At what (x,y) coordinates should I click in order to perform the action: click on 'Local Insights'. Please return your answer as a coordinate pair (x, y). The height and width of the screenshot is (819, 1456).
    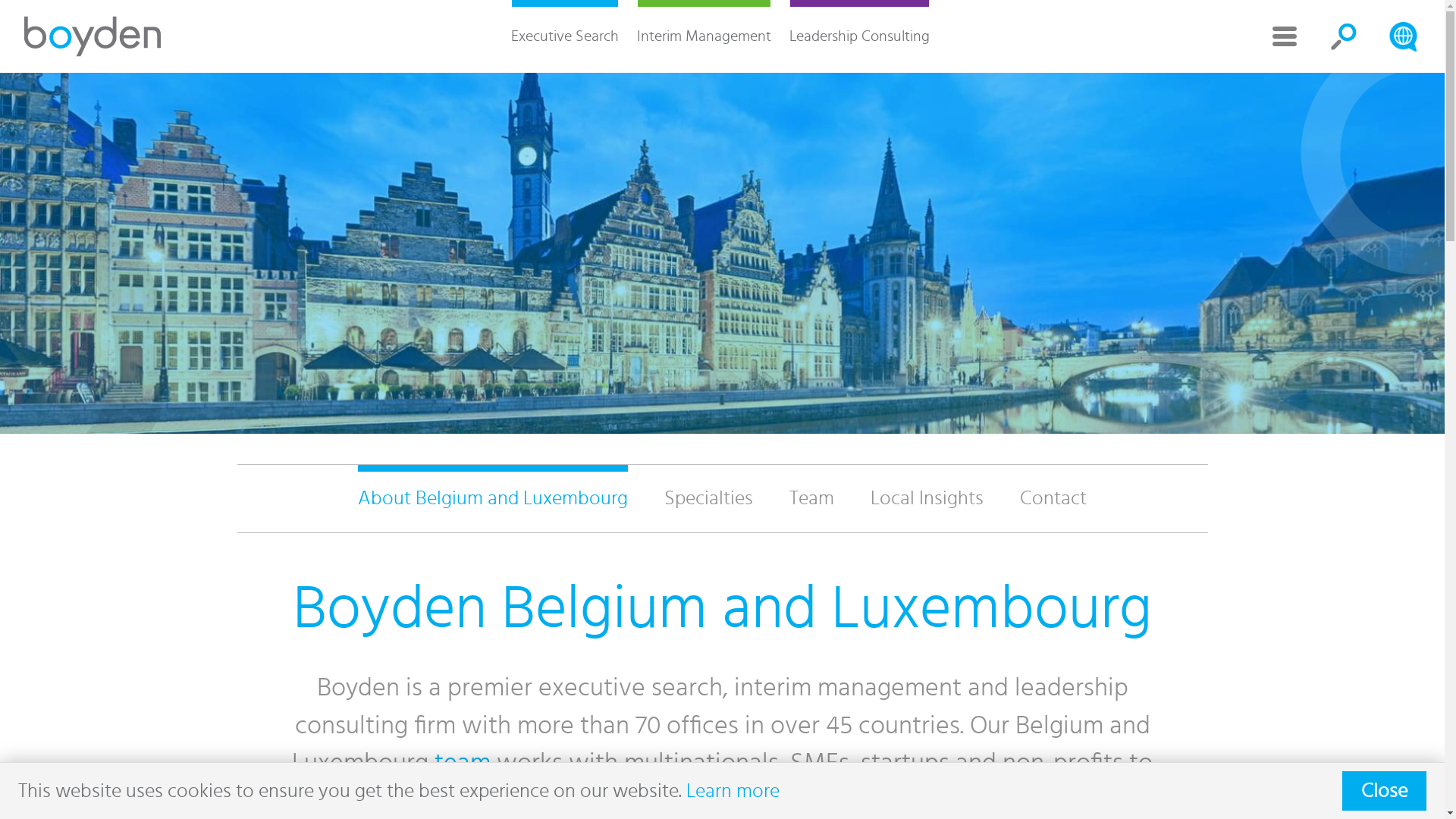
    Looking at the image, I should click on (852, 498).